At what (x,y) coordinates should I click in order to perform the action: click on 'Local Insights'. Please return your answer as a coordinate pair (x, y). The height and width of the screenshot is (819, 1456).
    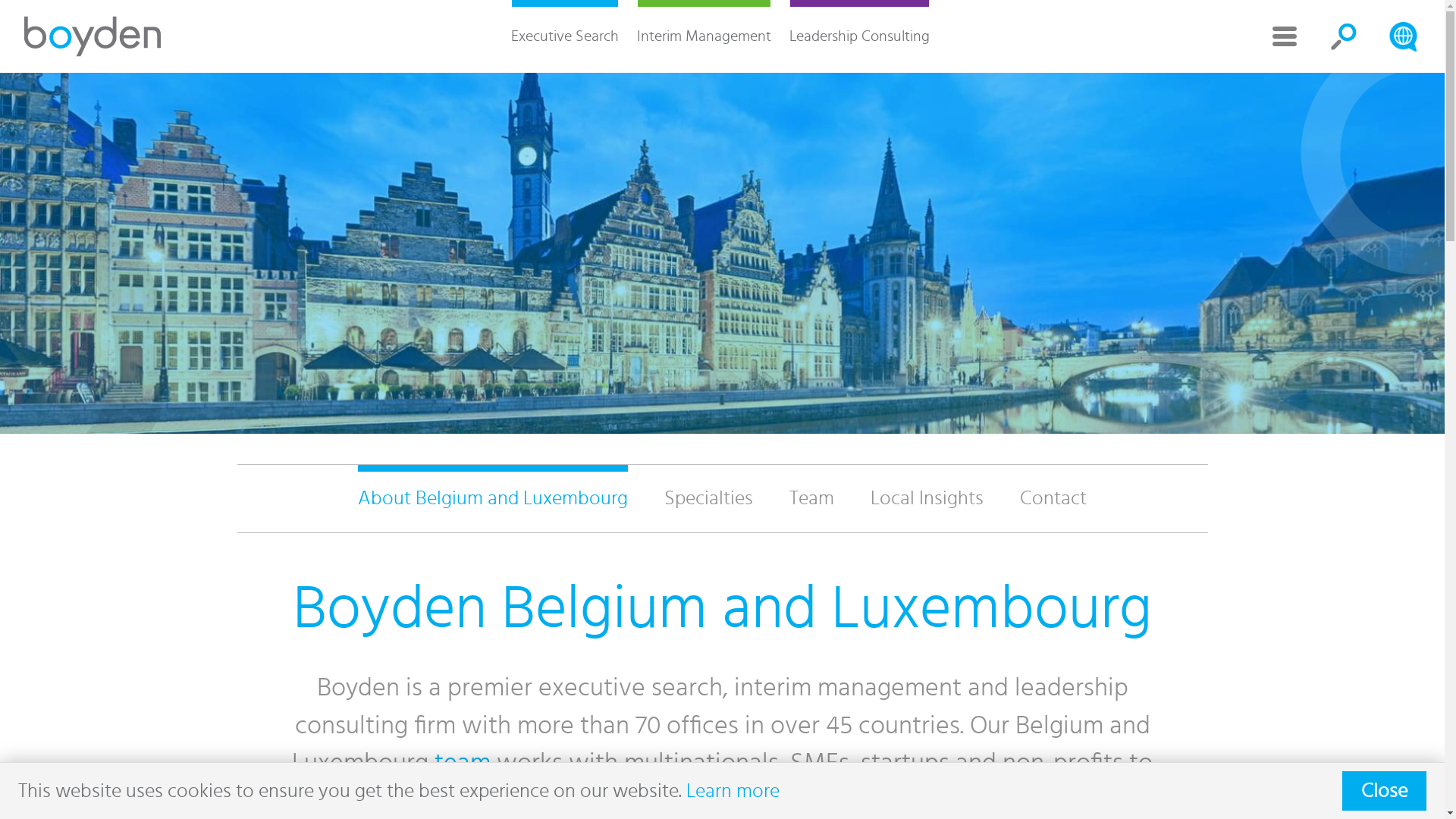
    Looking at the image, I should click on (852, 498).